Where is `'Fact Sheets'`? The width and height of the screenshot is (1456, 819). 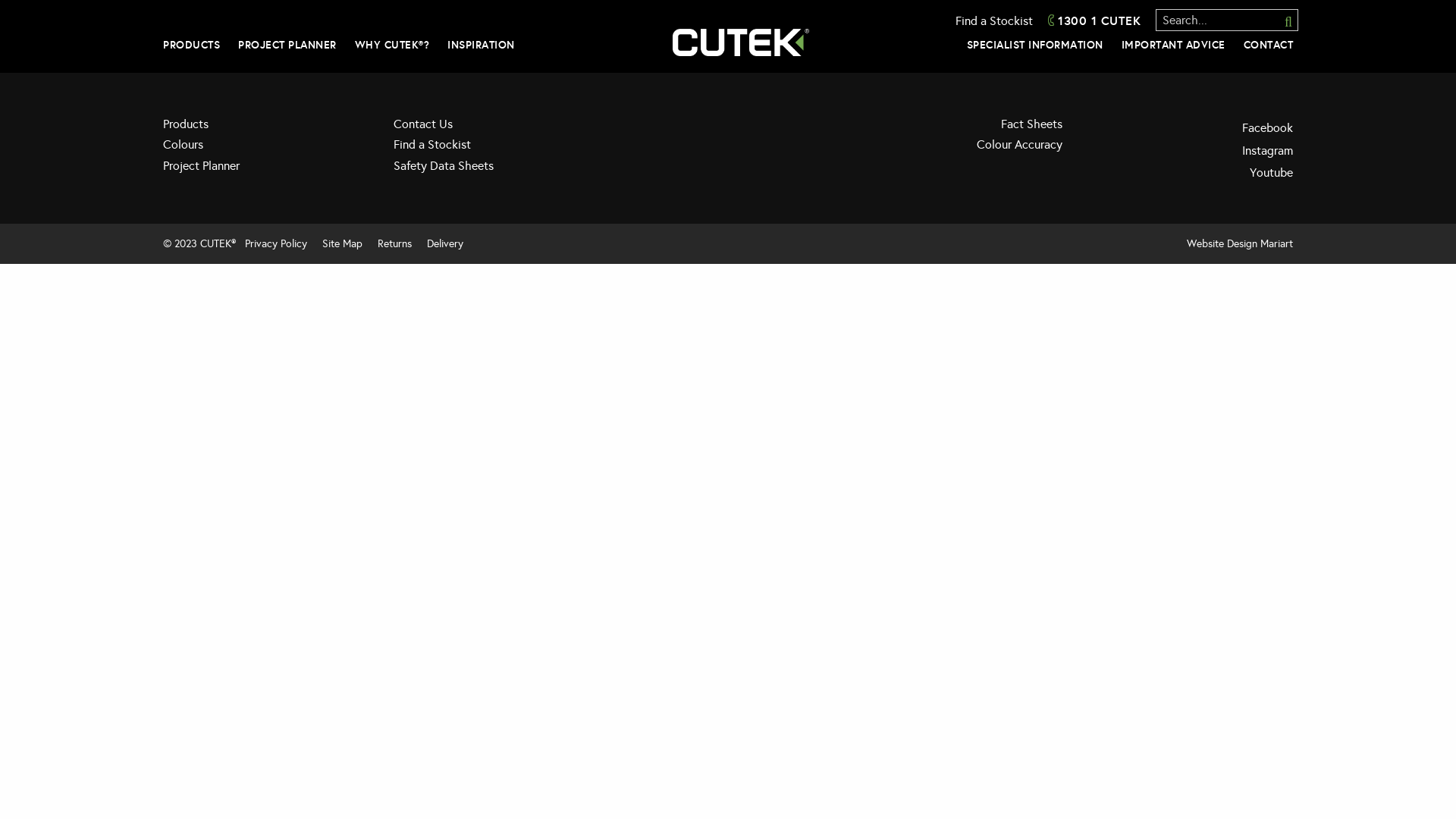
'Fact Sheets' is located at coordinates (957, 127).